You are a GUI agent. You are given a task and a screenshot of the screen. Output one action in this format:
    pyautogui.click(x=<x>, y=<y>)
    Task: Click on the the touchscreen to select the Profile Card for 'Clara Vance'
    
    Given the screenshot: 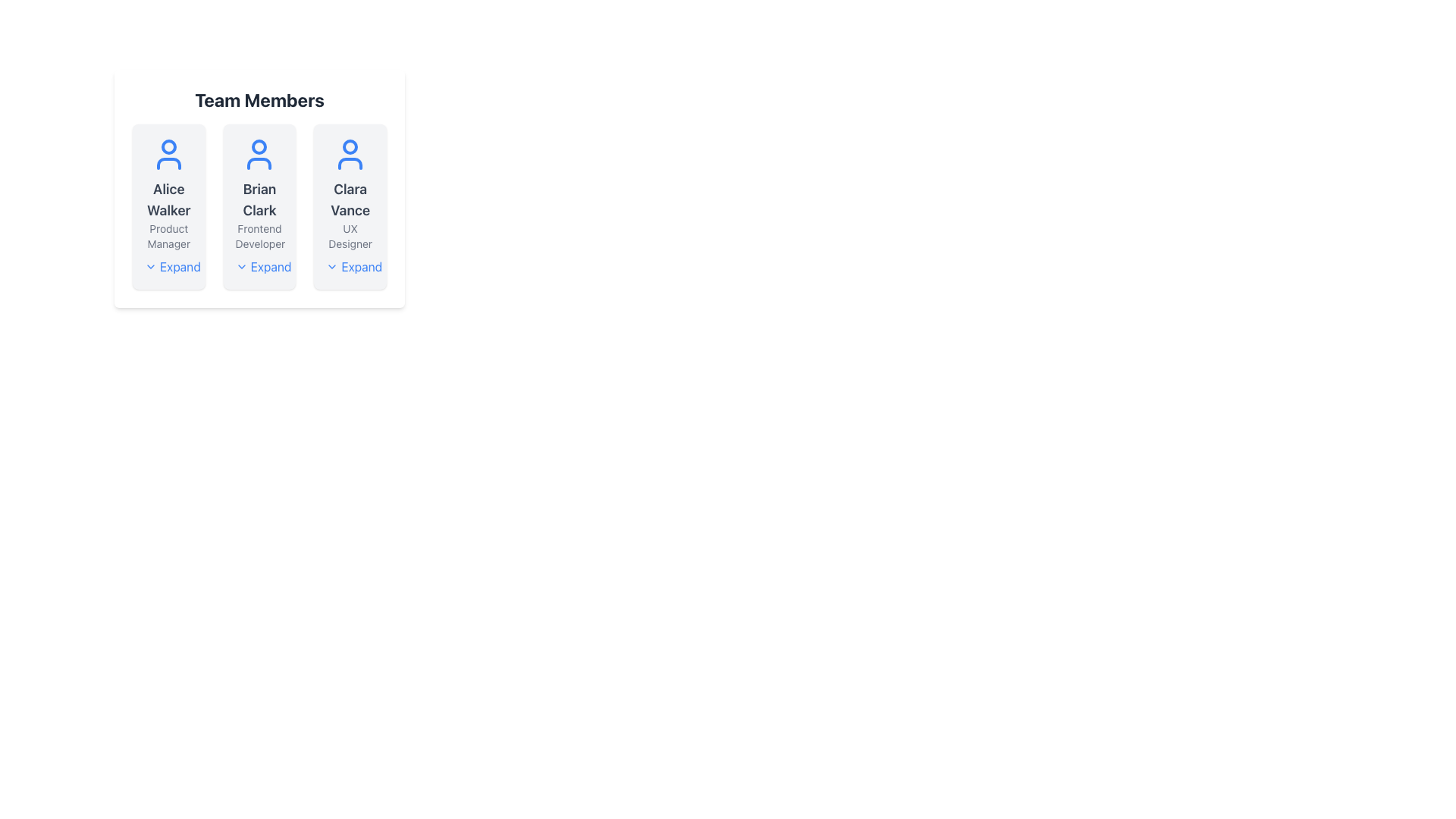 What is the action you would take?
    pyautogui.click(x=349, y=207)
    